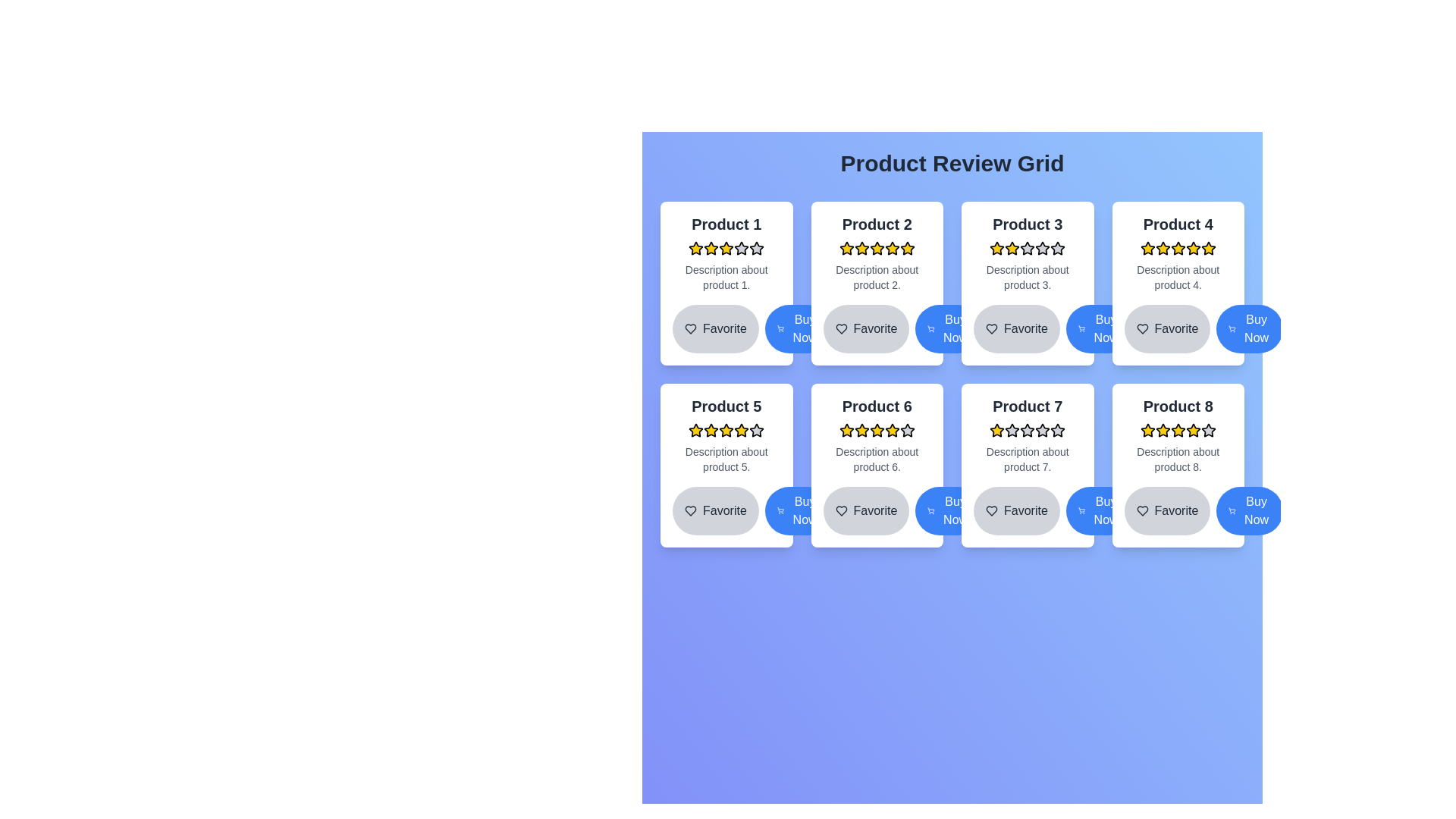 This screenshot has width=1456, height=819. Describe the element at coordinates (1177, 247) in the screenshot. I see `the row of star icons representing a rating component located centrally in the 'Product 4' card, which has five yellow stars with the third star marked distinctly` at that location.